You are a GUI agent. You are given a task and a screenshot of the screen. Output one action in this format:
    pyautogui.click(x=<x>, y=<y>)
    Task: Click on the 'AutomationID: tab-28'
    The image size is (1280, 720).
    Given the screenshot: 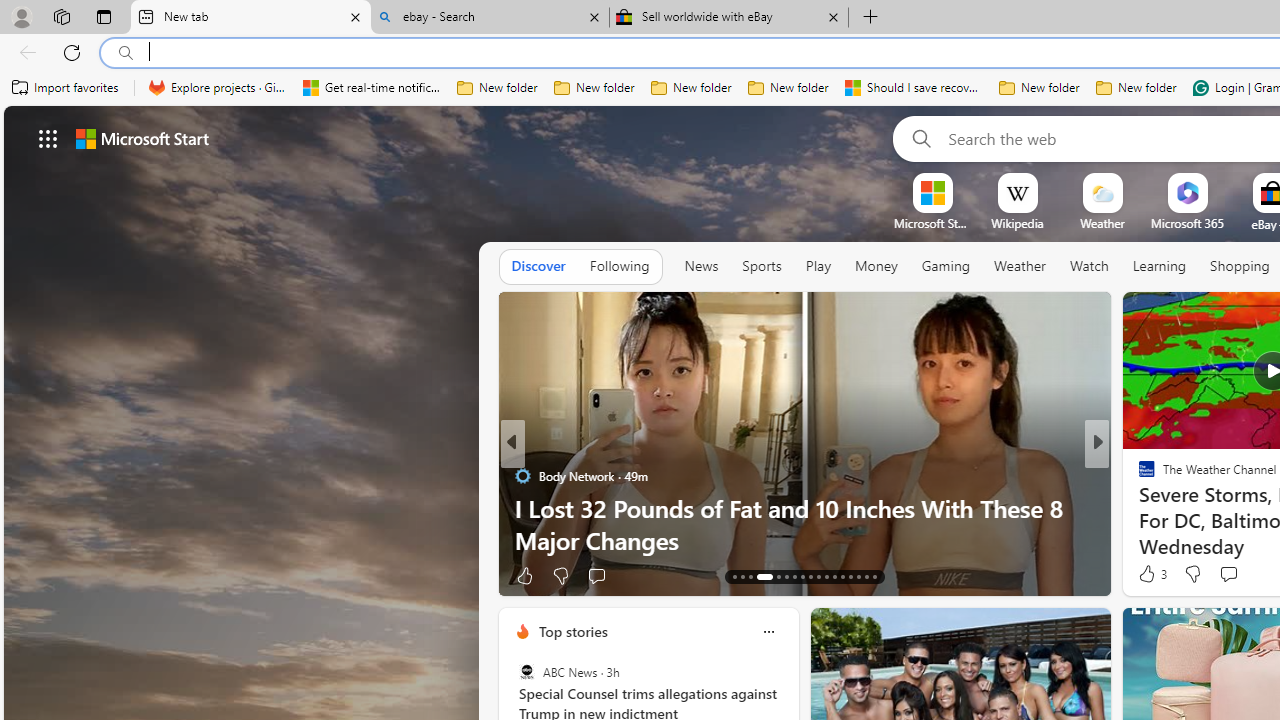 What is the action you would take?
    pyautogui.click(x=865, y=577)
    